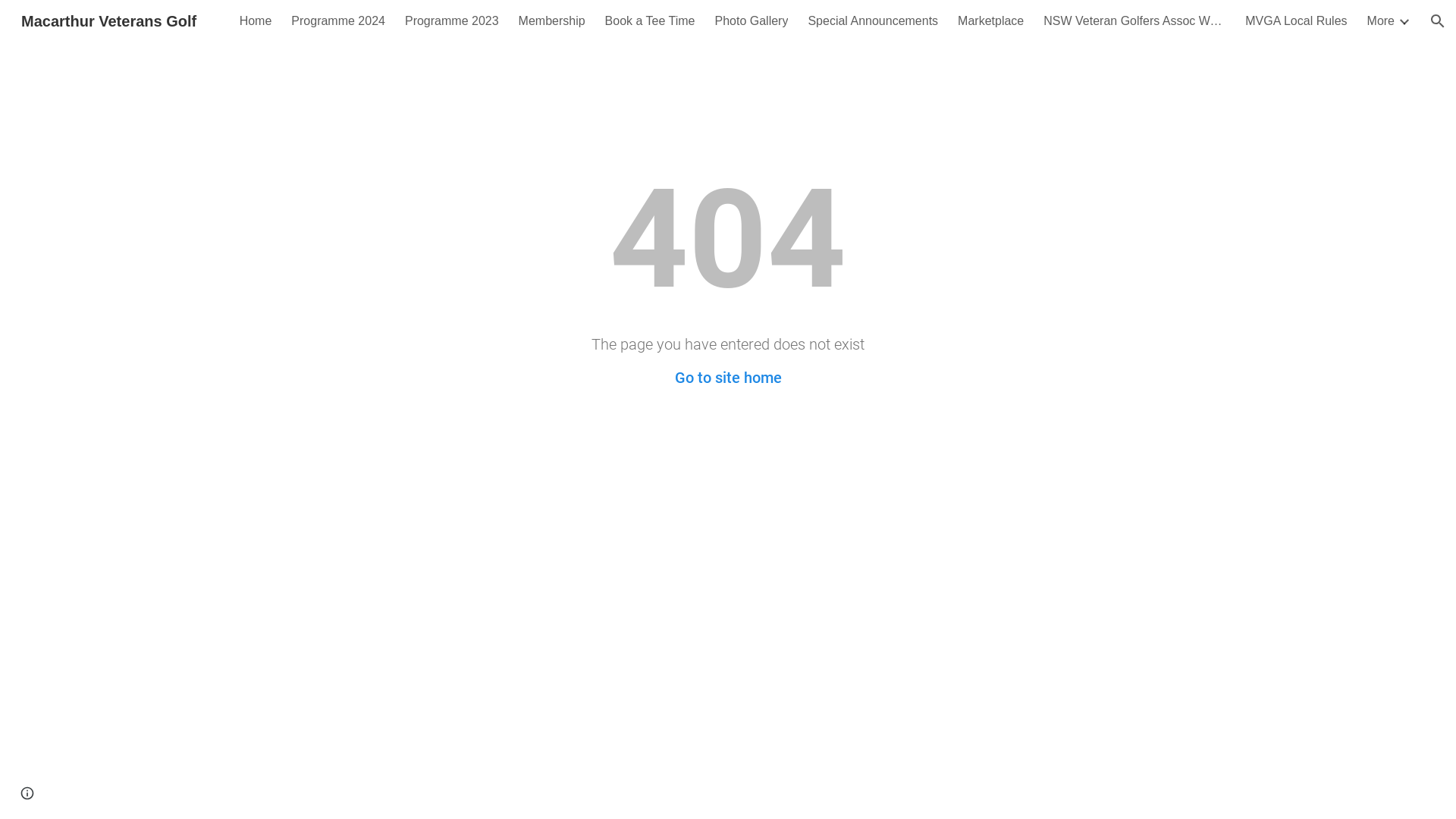 This screenshot has width=1456, height=819. Describe the element at coordinates (1294, 20) in the screenshot. I see `'MVGA Local Rules'` at that location.